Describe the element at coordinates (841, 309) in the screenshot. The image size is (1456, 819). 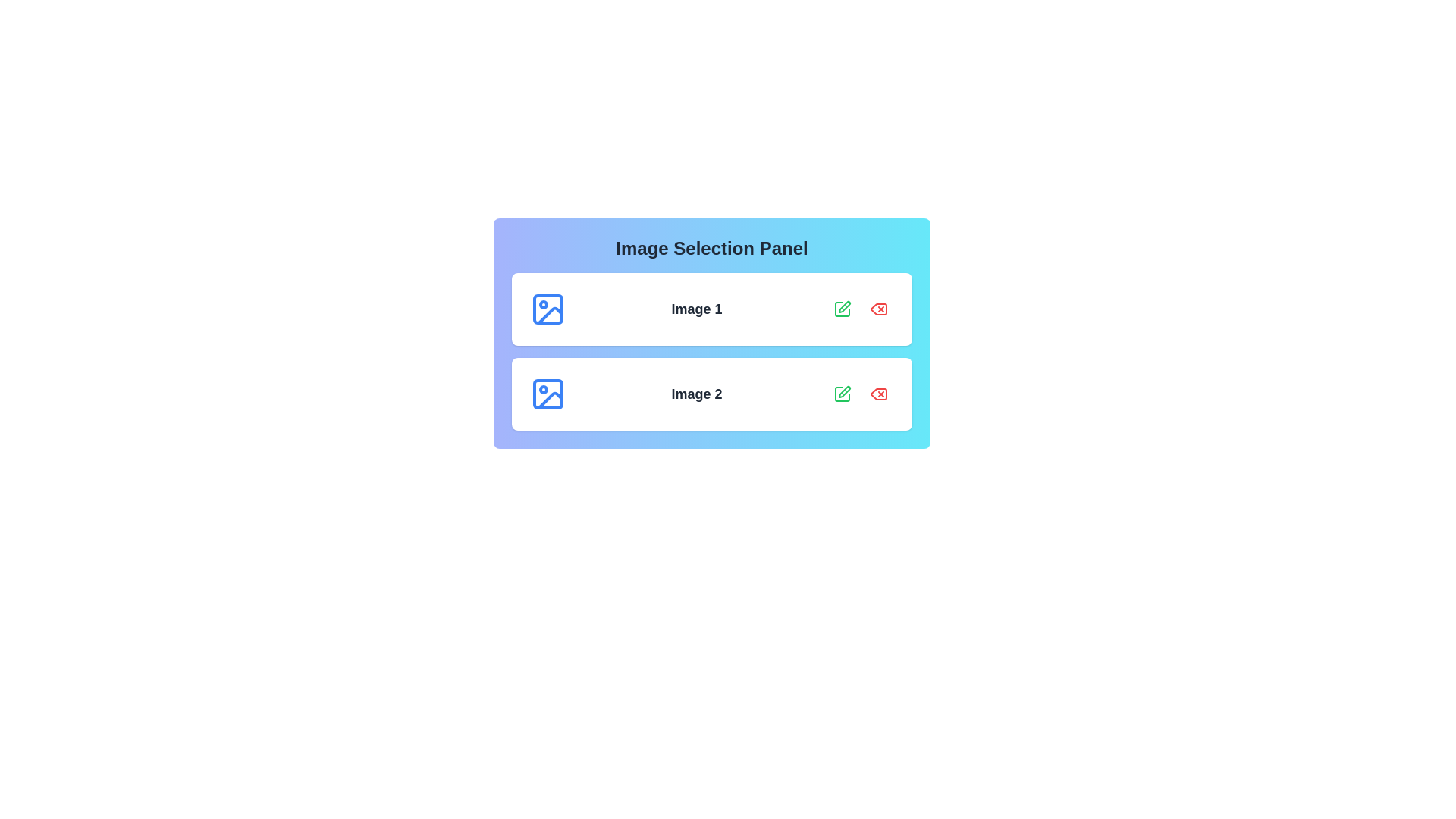
I see `the green edit icon button located to the right of 'Image 1' to observe the hover effect` at that location.